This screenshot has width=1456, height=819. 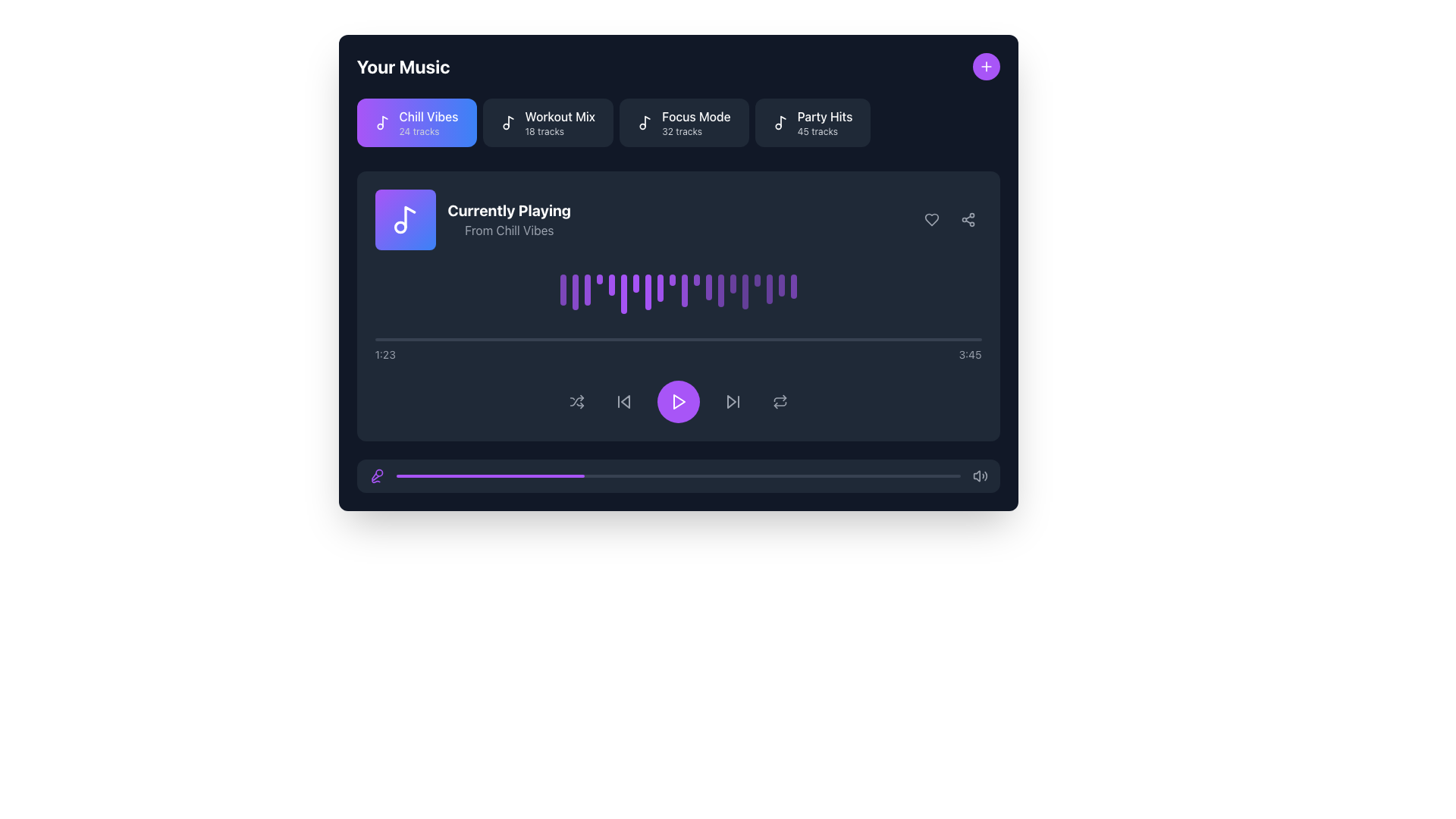 I want to click on the third vertical audio level indicator bar located centrally below the 'Currently Playing' section in the audio playback UI, so click(x=586, y=290).